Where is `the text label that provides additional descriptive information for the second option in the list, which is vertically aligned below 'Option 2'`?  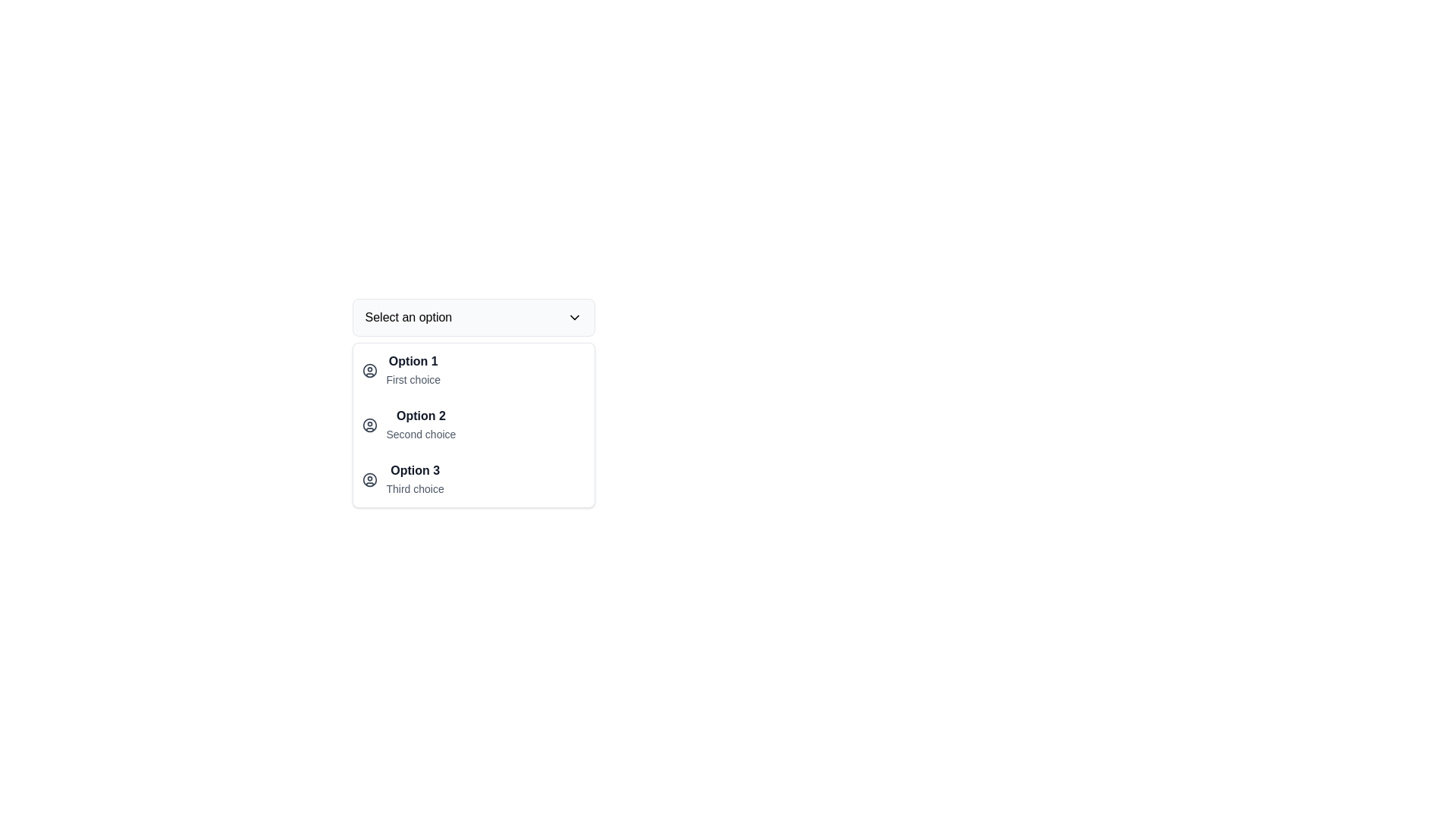
the text label that provides additional descriptive information for the second option in the list, which is vertically aligned below 'Option 2' is located at coordinates (421, 435).